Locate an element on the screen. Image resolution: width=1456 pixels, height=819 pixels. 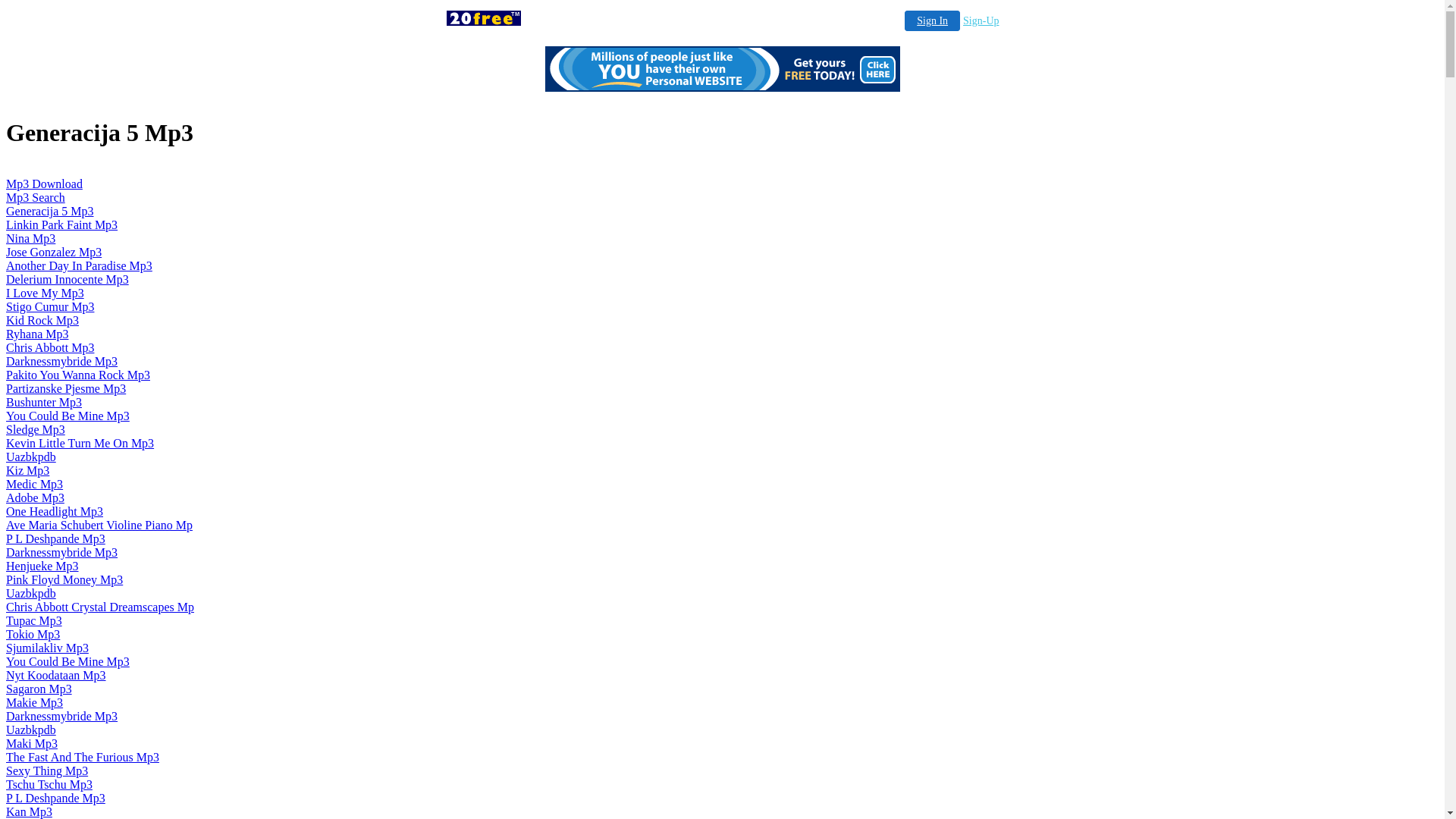
'Sign-Up' is located at coordinates (981, 20).